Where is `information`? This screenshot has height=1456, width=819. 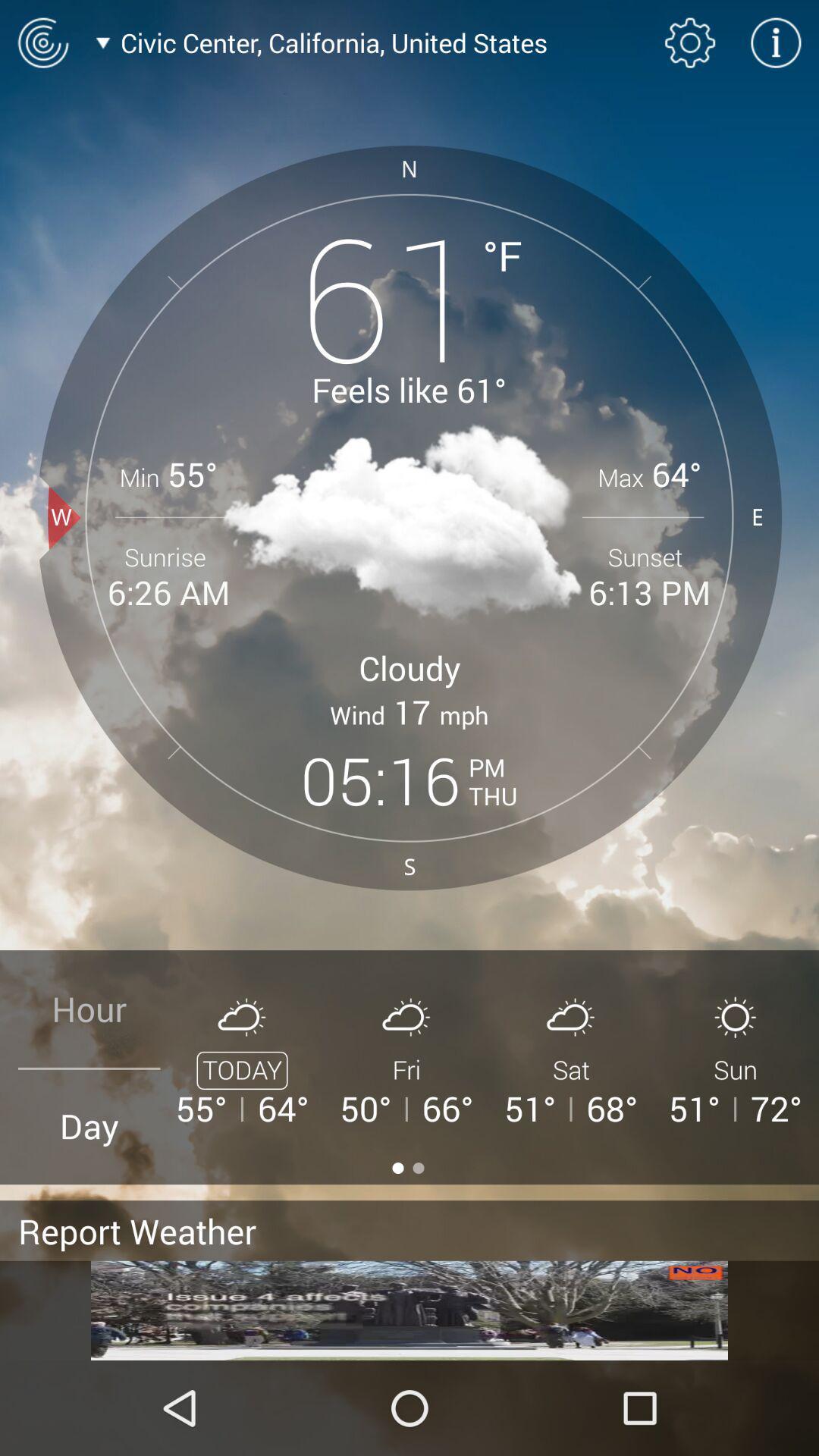 information is located at coordinates (776, 42).